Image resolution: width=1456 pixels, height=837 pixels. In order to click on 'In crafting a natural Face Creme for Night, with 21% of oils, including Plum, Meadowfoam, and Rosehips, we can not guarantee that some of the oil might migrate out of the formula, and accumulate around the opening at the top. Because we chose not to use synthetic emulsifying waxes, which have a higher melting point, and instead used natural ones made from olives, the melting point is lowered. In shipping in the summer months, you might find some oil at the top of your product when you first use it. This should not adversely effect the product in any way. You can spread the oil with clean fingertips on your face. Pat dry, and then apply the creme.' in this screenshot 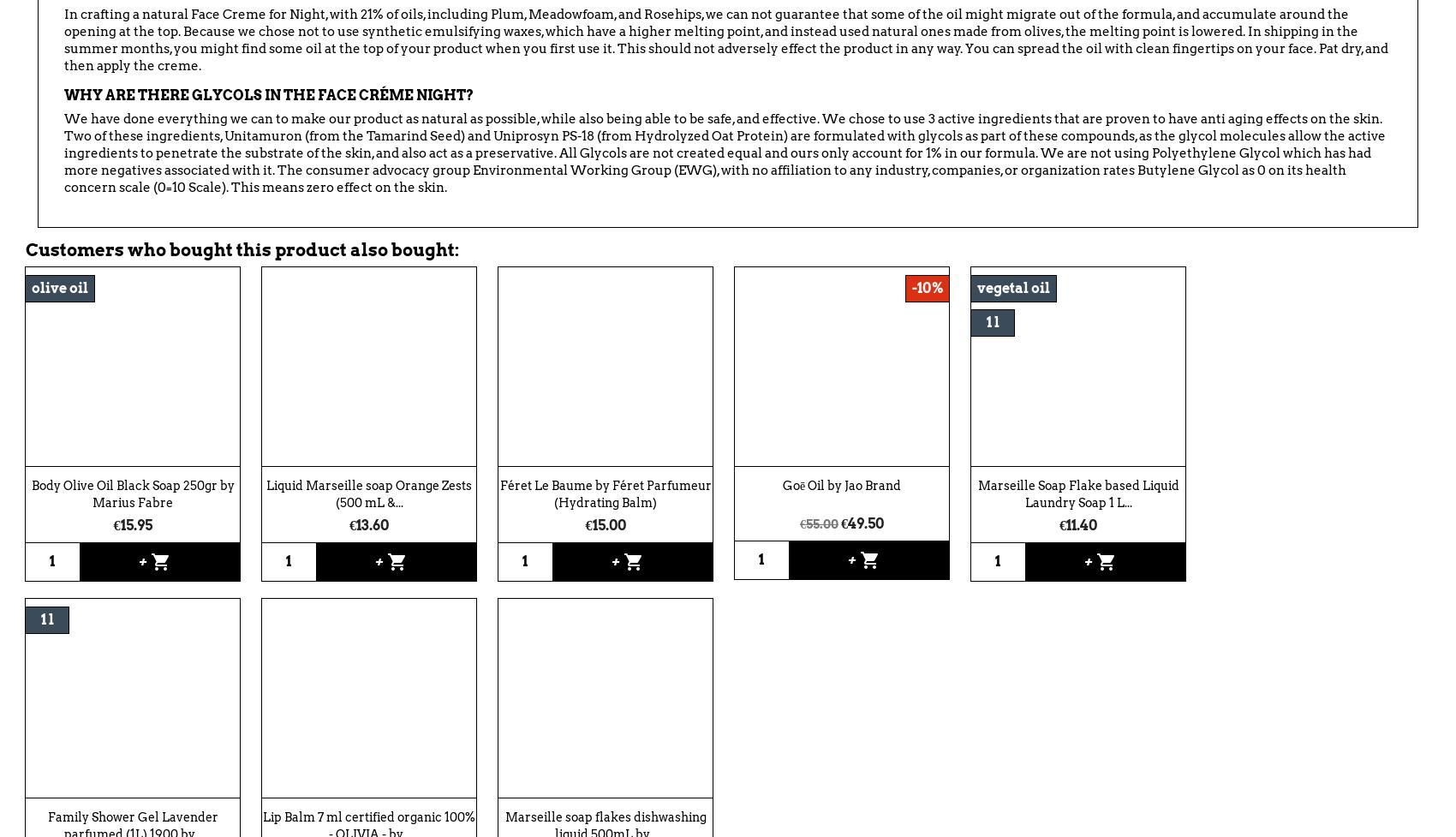, I will do `click(725, 39)`.